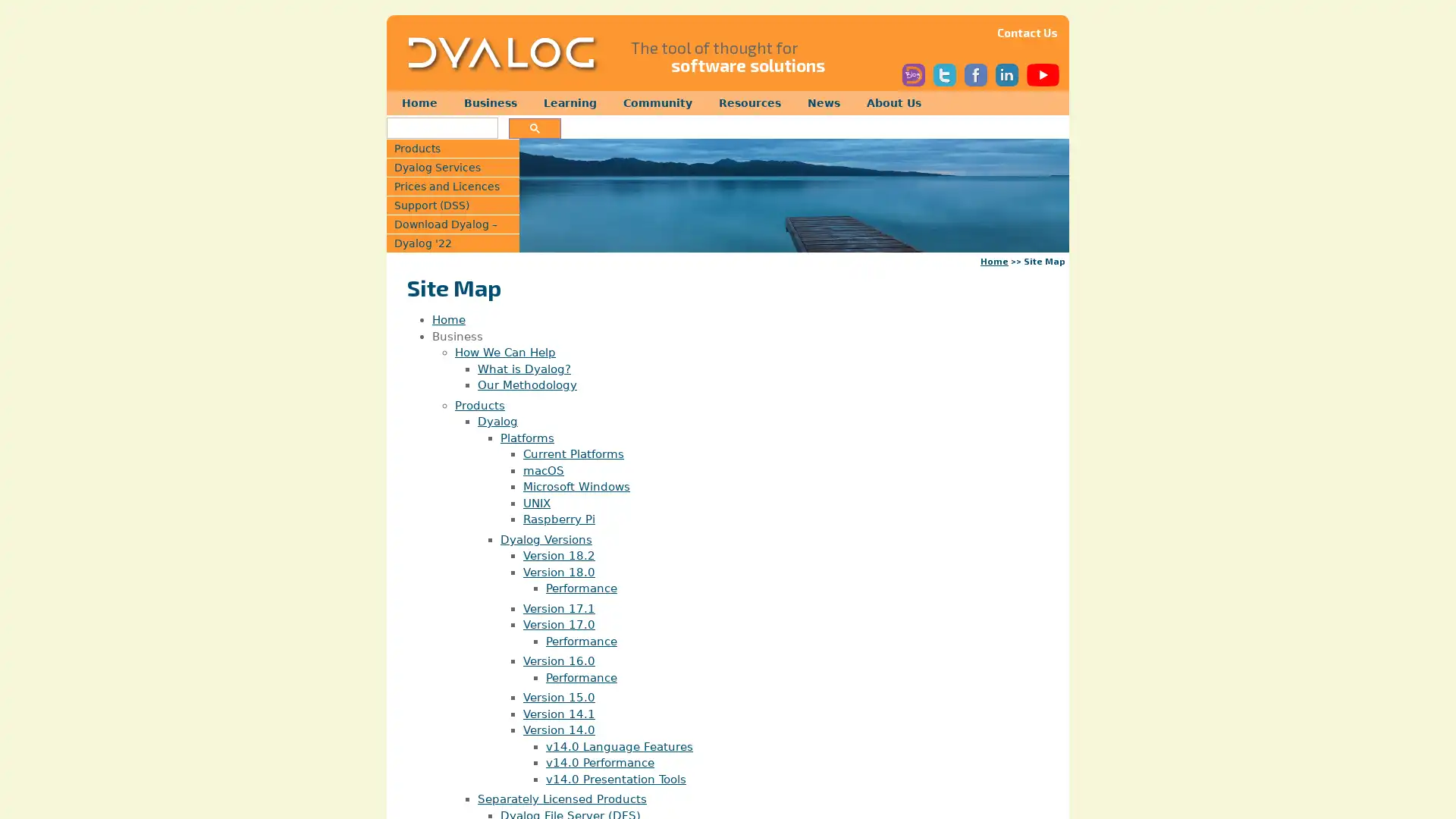 The image size is (1456, 819). What do you see at coordinates (535, 127) in the screenshot?
I see `search` at bounding box center [535, 127].